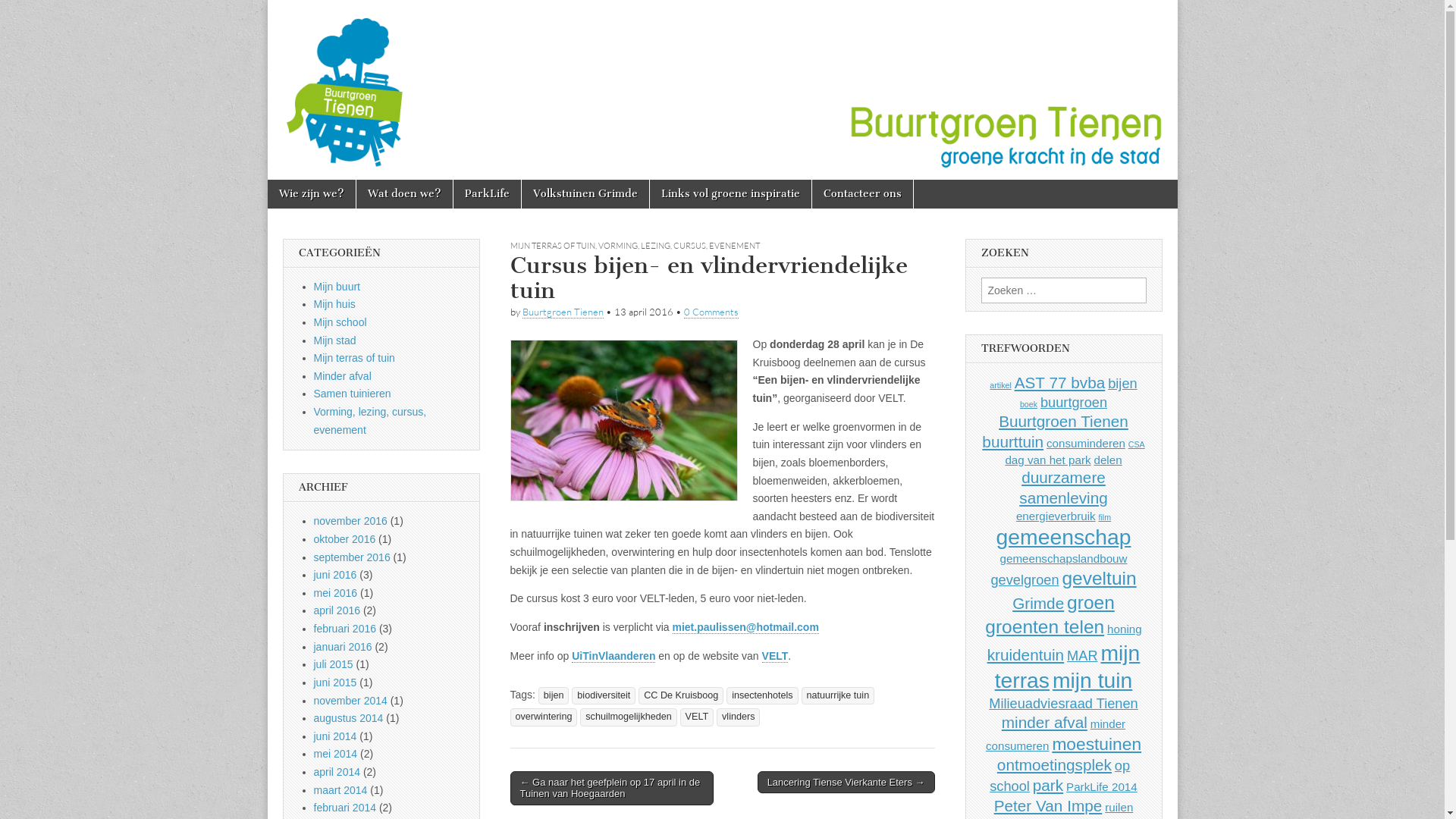 The image size is (1456, 819). I want to click on 'insectenhotels', so click(762, 695).